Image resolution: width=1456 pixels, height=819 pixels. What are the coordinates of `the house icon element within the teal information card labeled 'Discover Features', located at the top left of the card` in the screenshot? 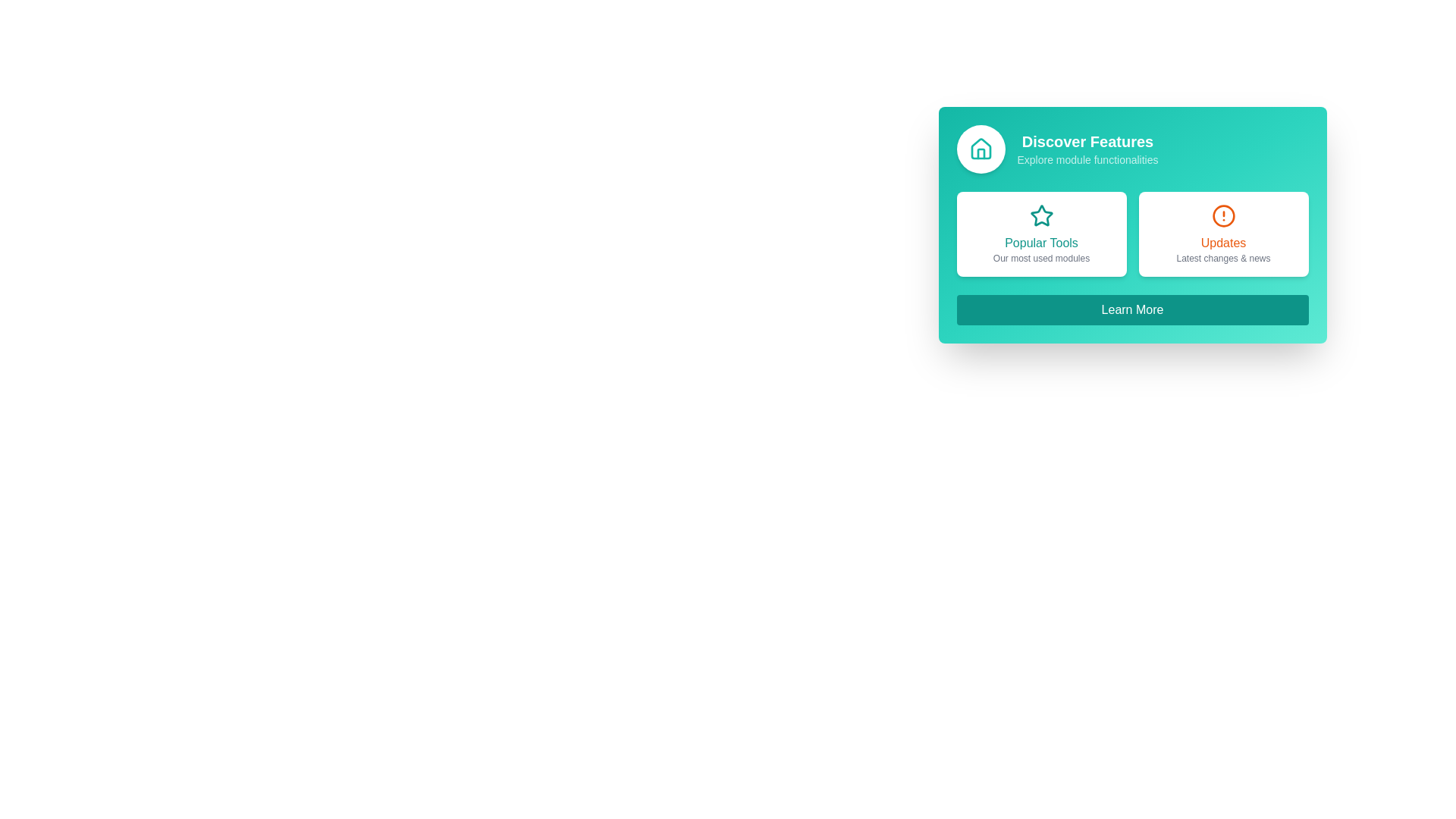 It's located at (981, 154).